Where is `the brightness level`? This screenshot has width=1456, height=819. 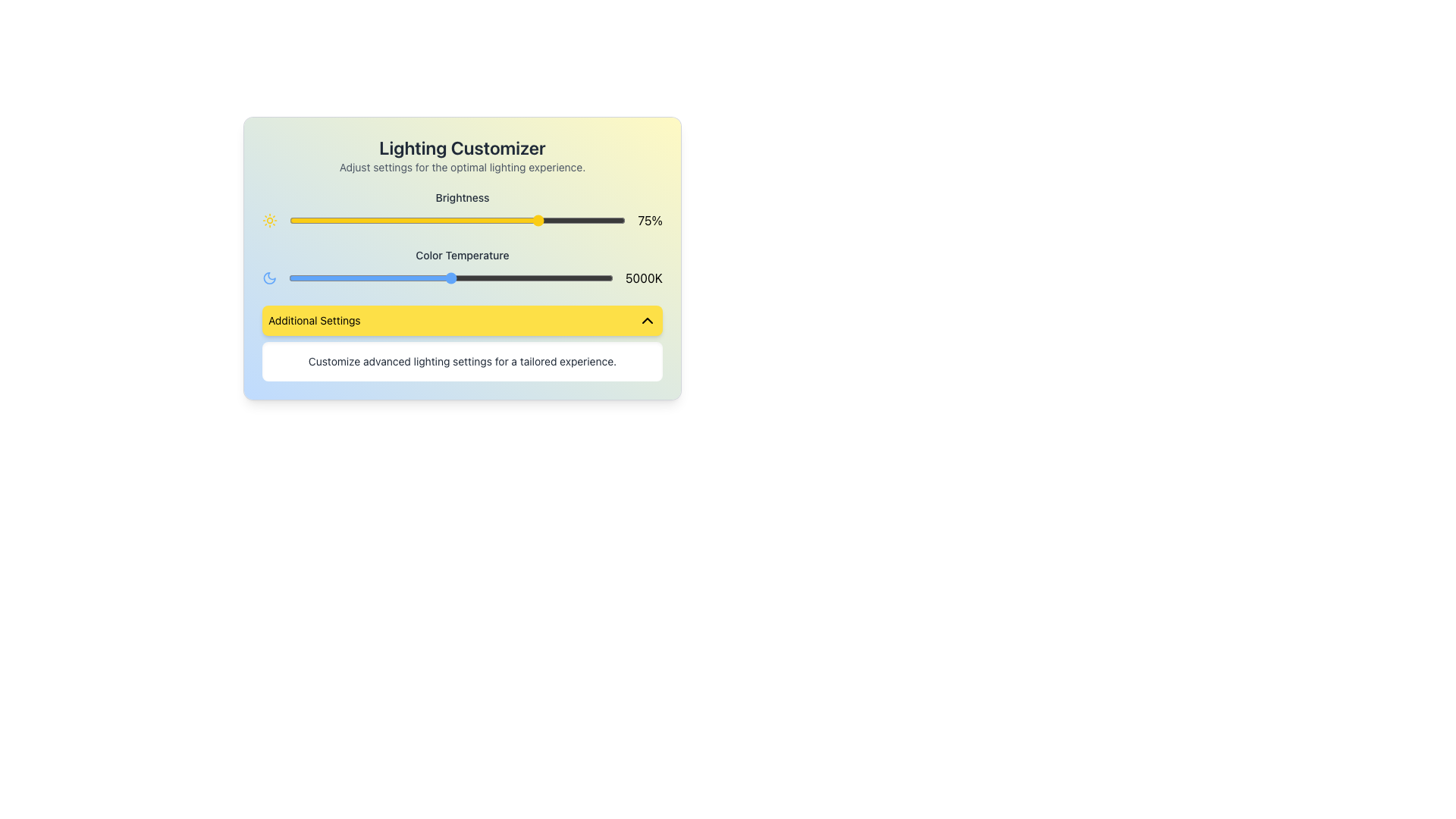
the brightness level is located at coordinates (443, 220).